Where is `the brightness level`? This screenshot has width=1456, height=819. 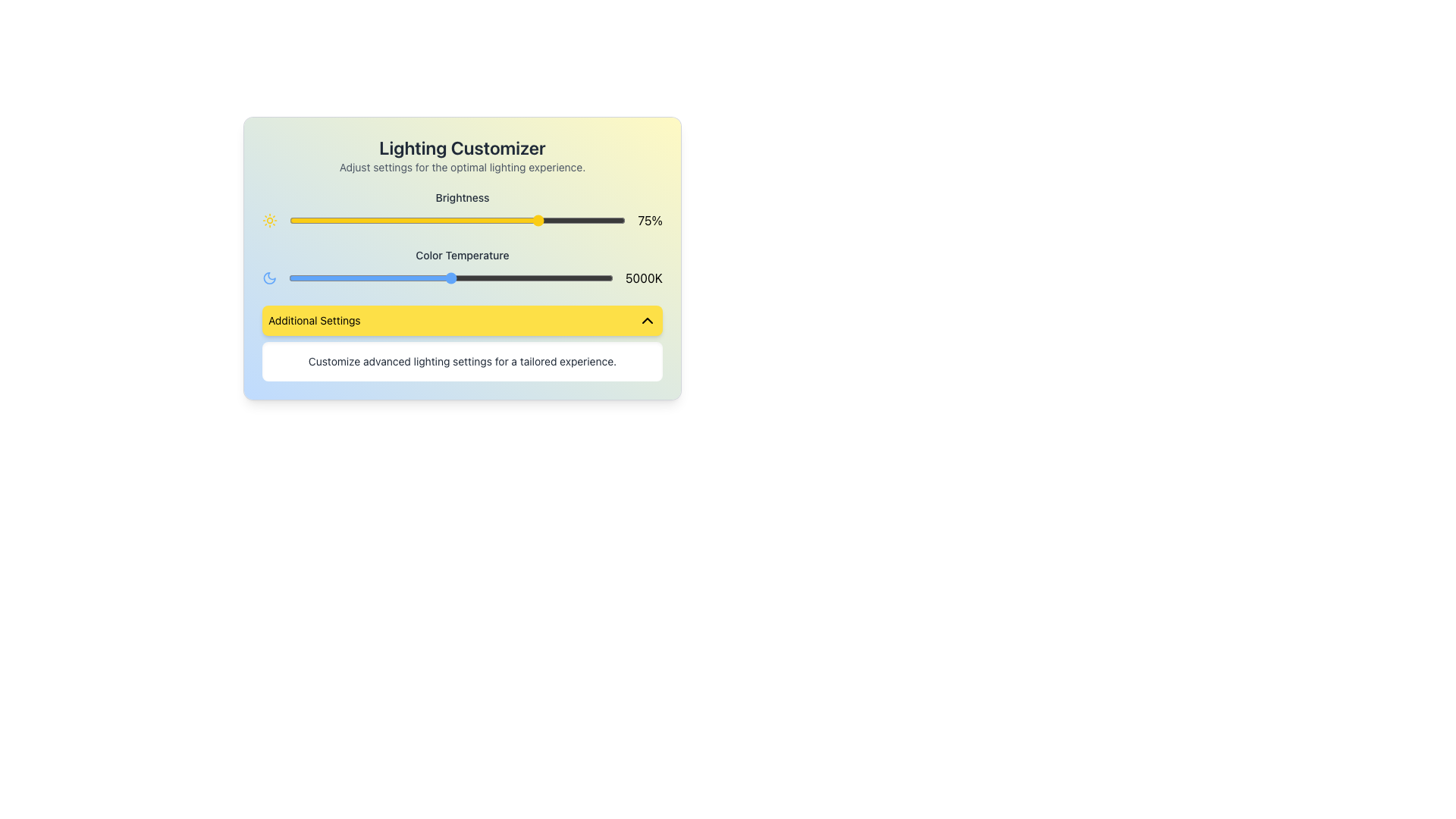
the brightness level is located at coordinates (443, 220).